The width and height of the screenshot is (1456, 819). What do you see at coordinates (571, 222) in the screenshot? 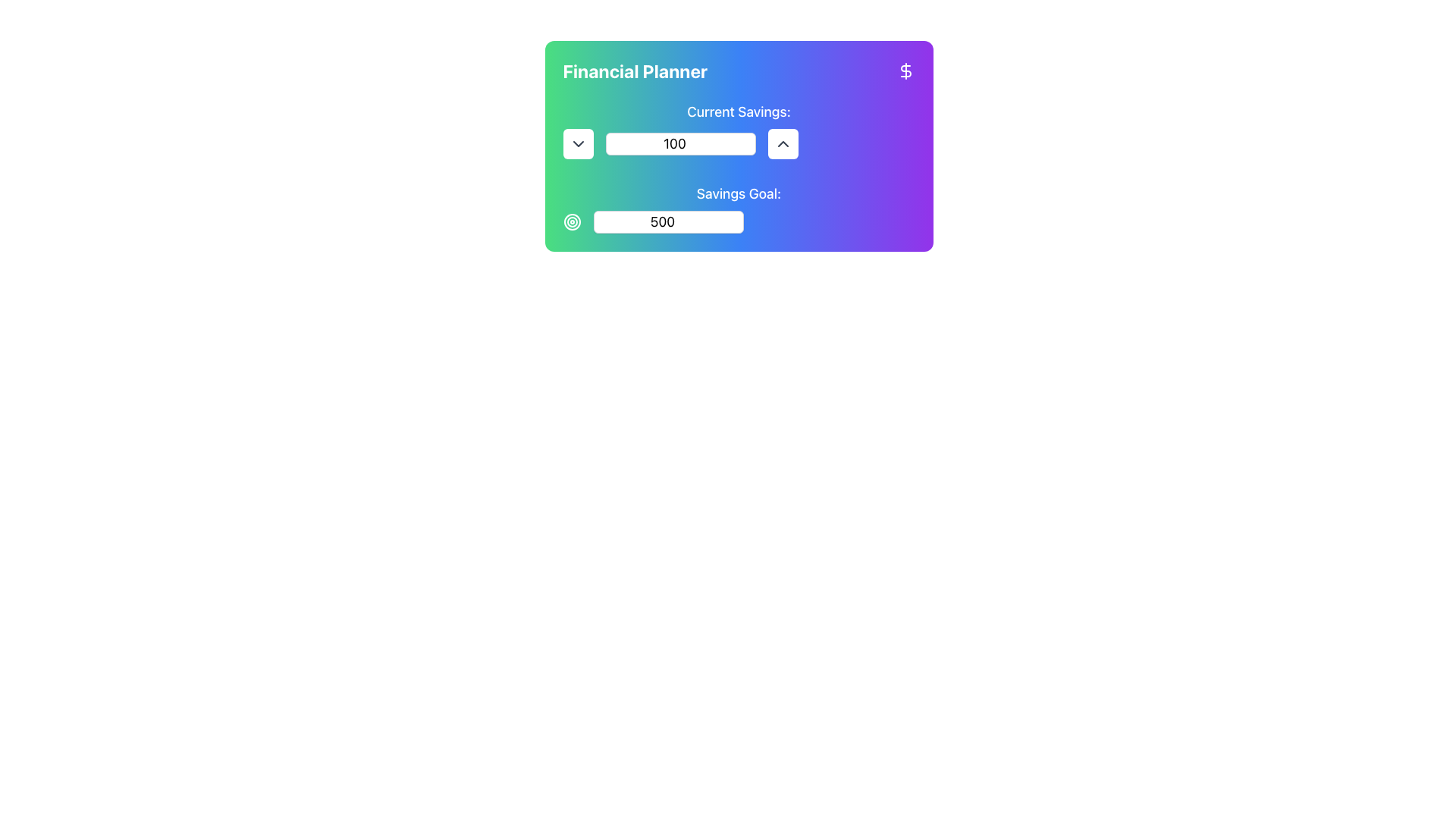
I see `the filled circle graphic icon located within the concentric circular design, which is the second layer from the center in the 'Financial Planner' card` at bounding box center [571, 222].